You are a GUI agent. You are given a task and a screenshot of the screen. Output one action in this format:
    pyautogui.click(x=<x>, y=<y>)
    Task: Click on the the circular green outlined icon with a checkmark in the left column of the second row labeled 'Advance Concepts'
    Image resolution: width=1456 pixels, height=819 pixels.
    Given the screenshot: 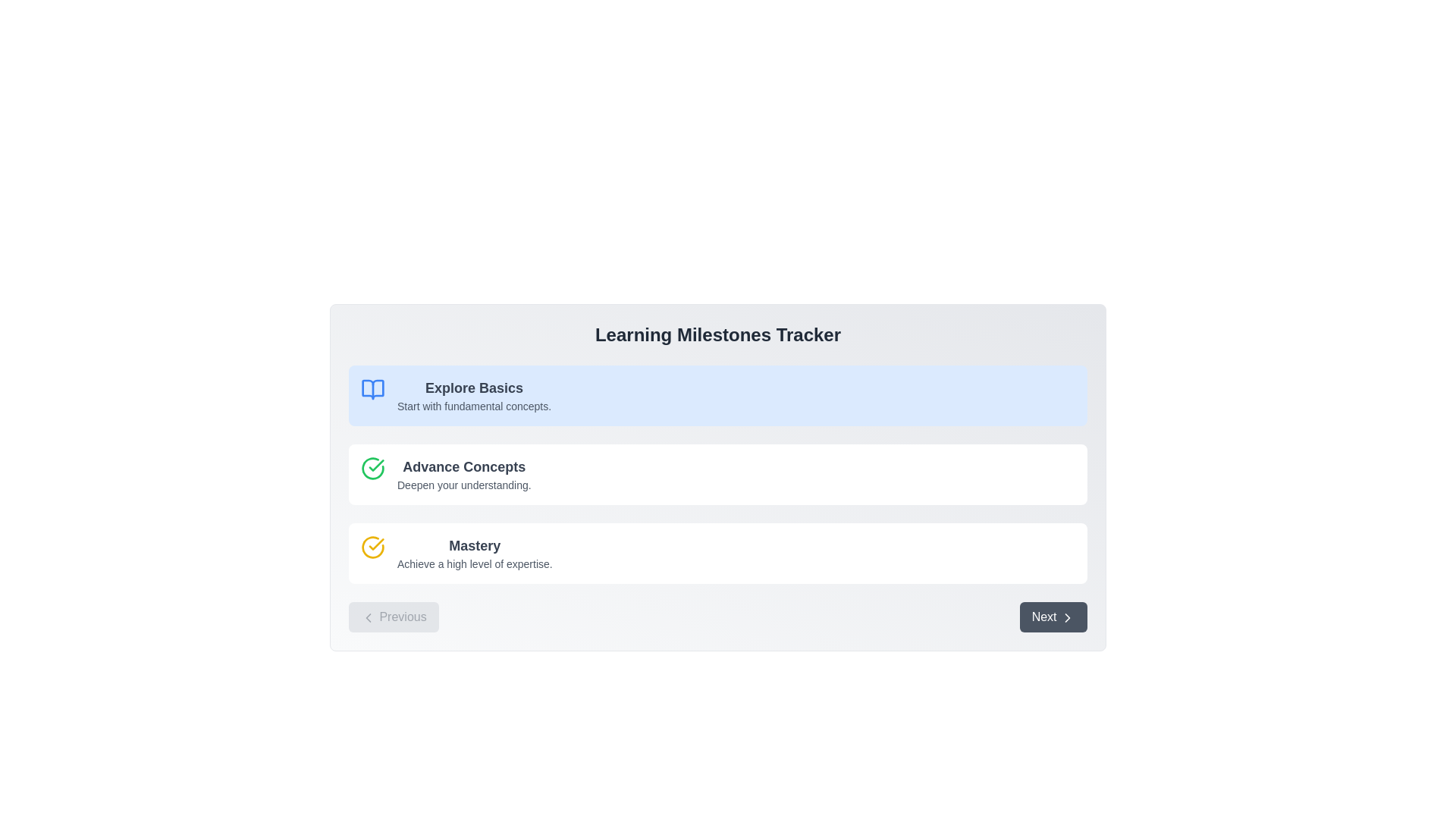 What is the action you would take?
    pyautogui.click(x=372, y=467)
    